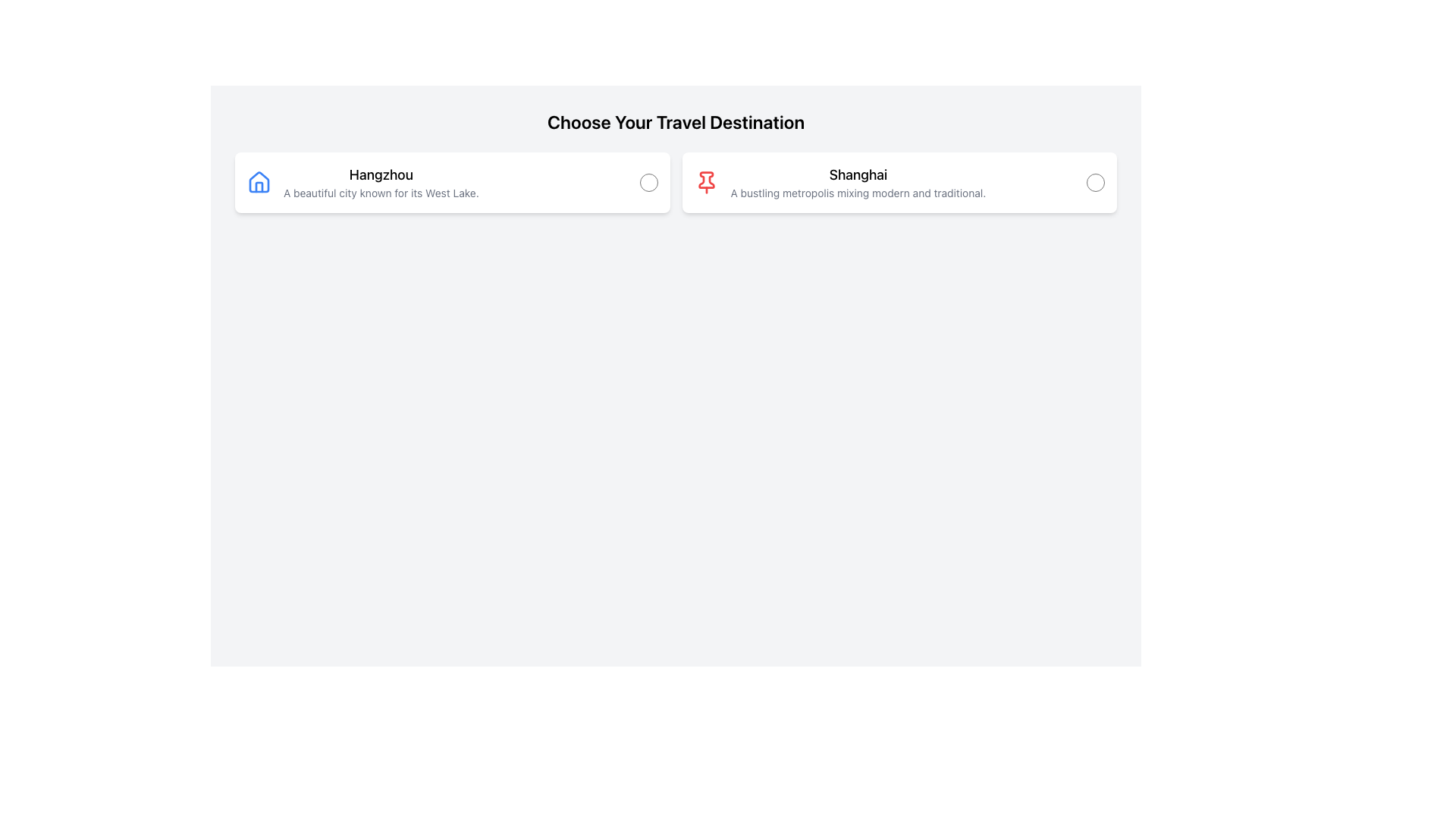 This screenshot has width=1456, height=819. I want to click on static text label indicating the name of the location, which is positioned at the top of the first card on the left in a two-card layout, so click(381, 174).